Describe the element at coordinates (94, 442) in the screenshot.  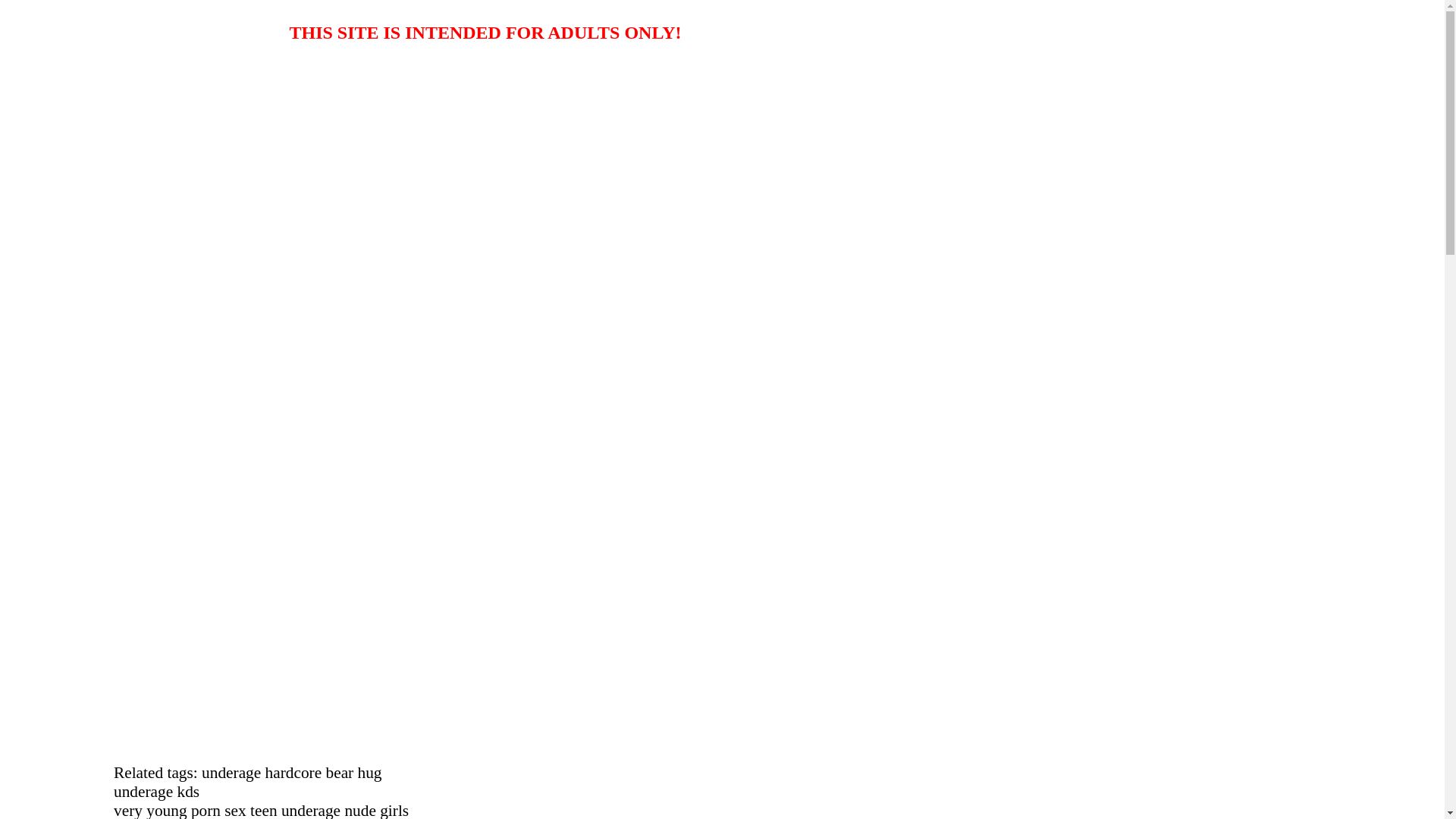
I see `'2011/02 (1)'` at that location.